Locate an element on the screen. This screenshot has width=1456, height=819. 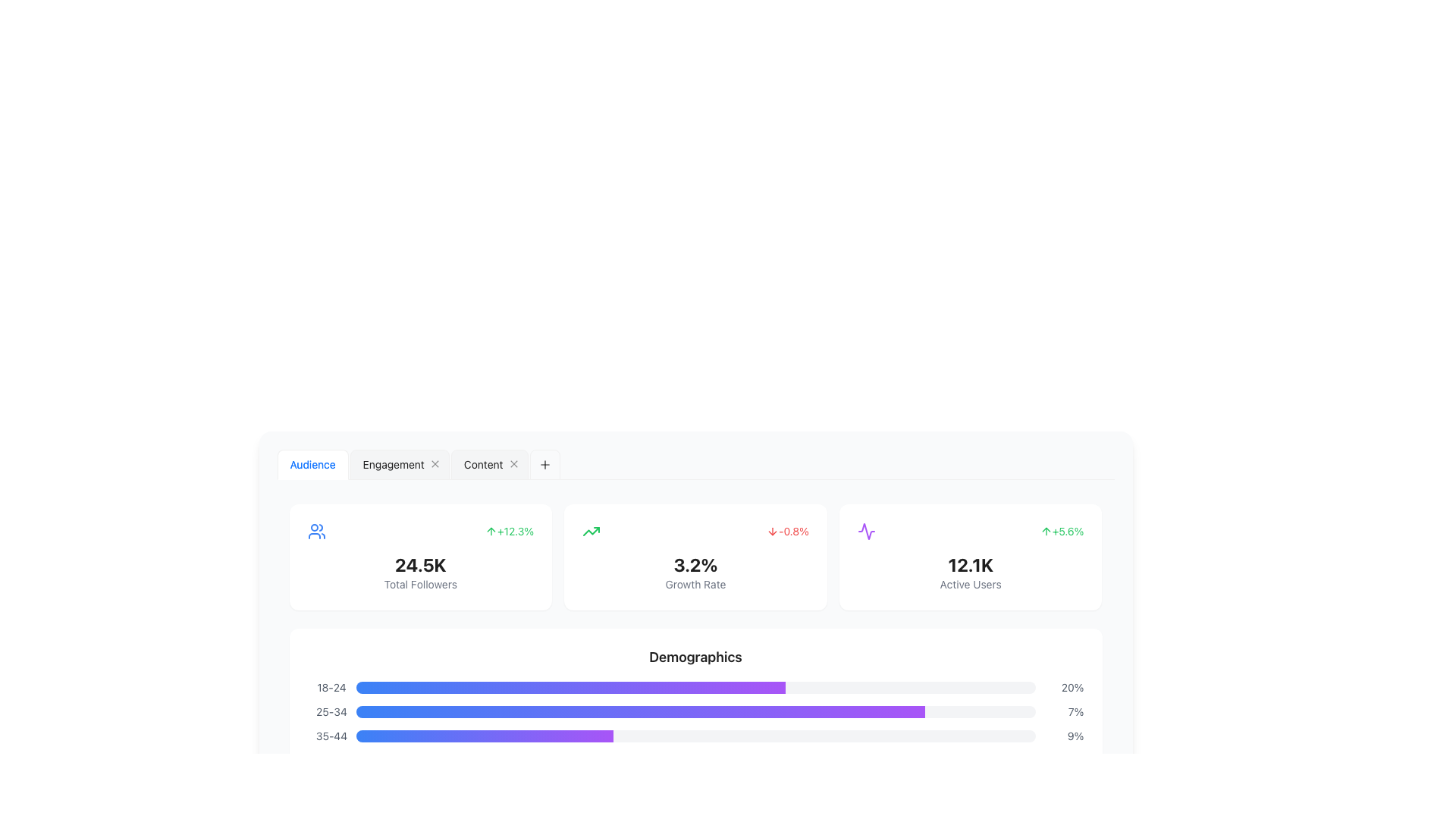
to select the 'Engagement' tab, which is the second tab in the horizontal group located at the top-left corner of the content panel is located at coordinates (394, 464).